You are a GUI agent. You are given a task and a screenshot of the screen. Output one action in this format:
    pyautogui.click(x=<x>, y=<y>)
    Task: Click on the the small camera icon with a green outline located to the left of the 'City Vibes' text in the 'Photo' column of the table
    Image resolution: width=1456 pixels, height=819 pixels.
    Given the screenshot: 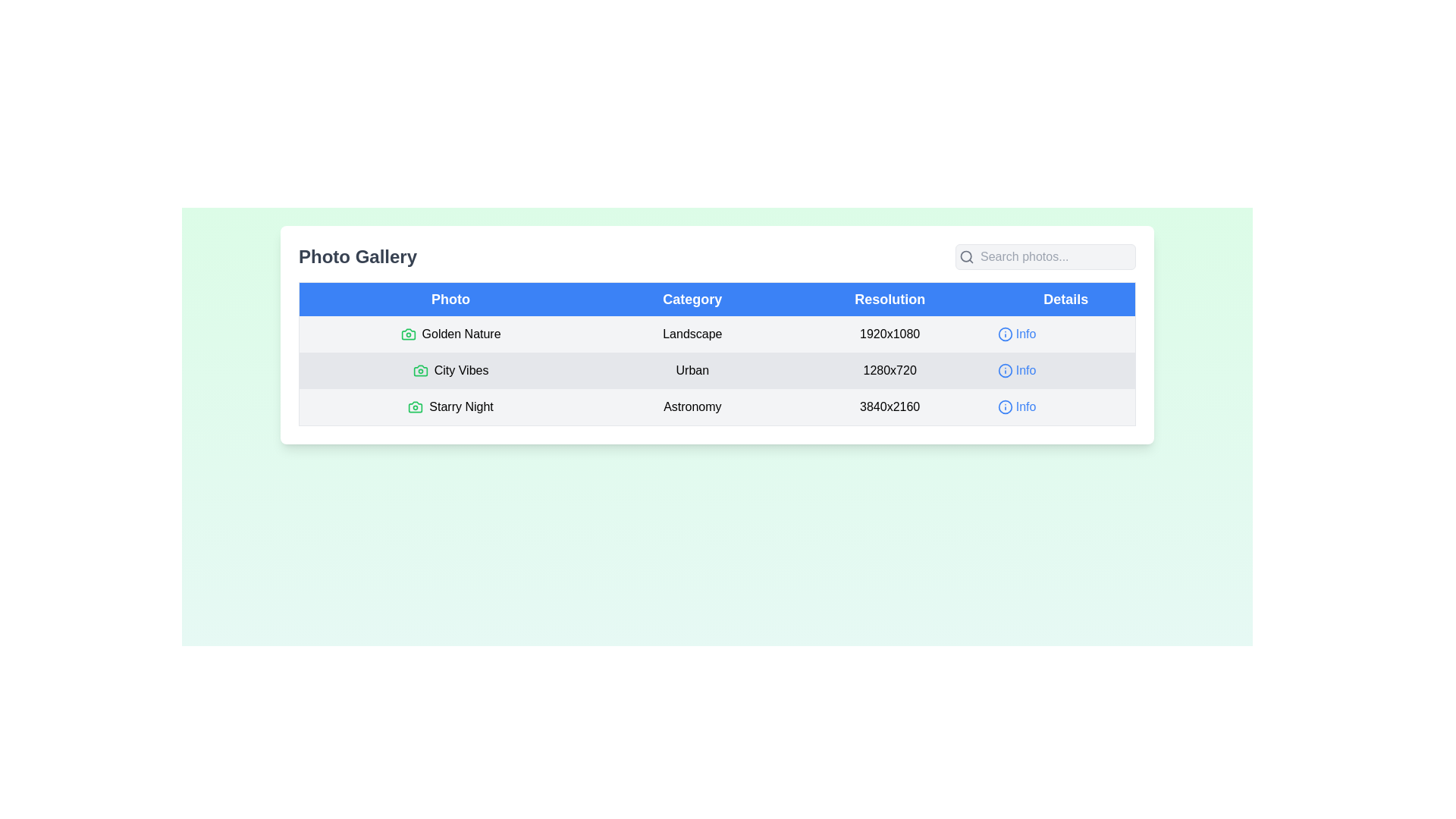 What is the action you would take?
    pyautogui.click(x=420, y=371)
    